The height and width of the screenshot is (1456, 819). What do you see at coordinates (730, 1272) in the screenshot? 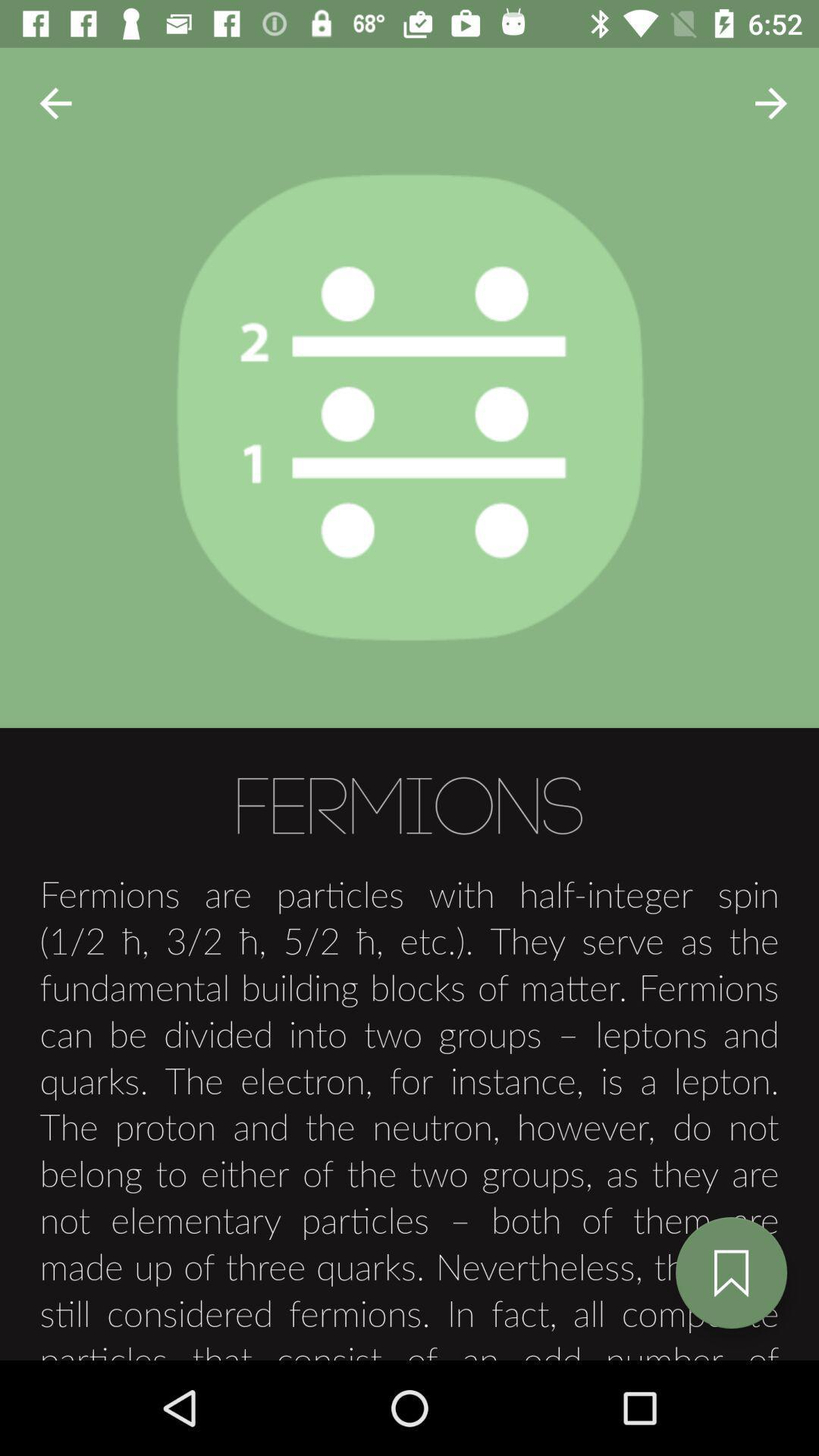
I see `button` at bounding box center [730, 1272].